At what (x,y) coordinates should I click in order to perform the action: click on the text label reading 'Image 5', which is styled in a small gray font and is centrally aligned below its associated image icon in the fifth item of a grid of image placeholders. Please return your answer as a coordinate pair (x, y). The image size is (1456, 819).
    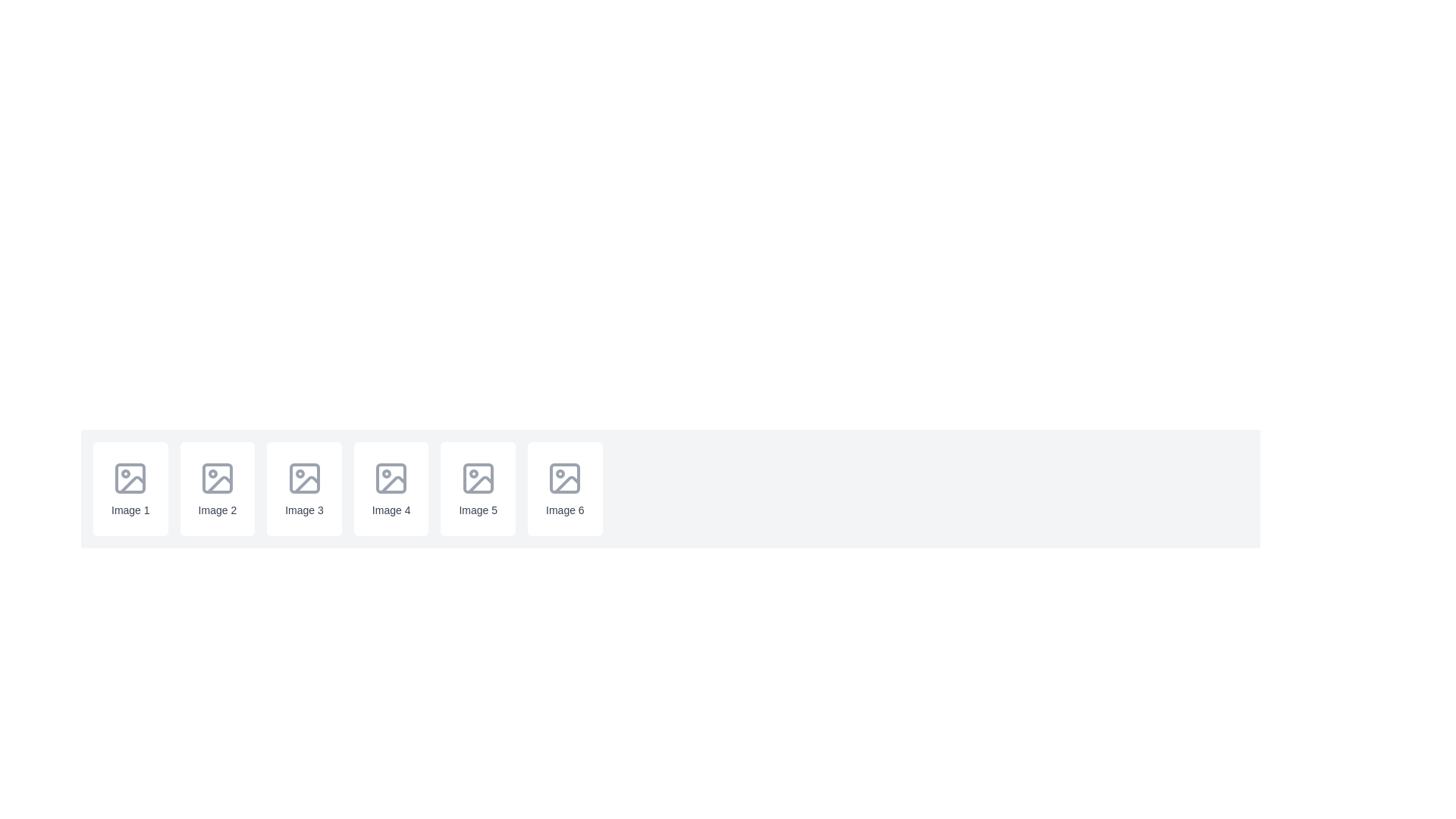
    Looking at the image, I should click on (477, 510).